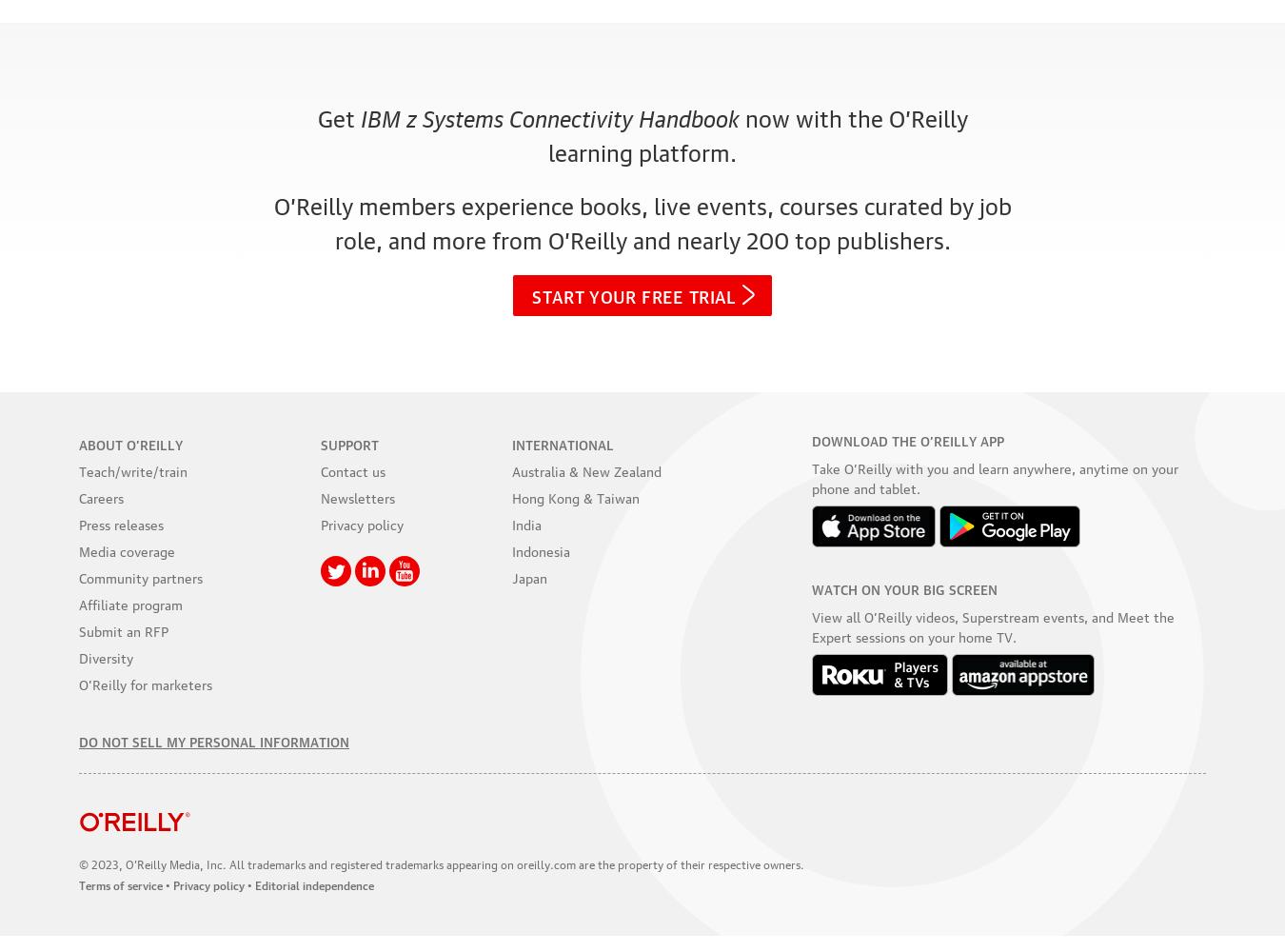 The width and height of the screenshot is (1285, 952). Describe the element at coordinates (884, 487) in the screenshot. I see `'and tablet.'` at that location.